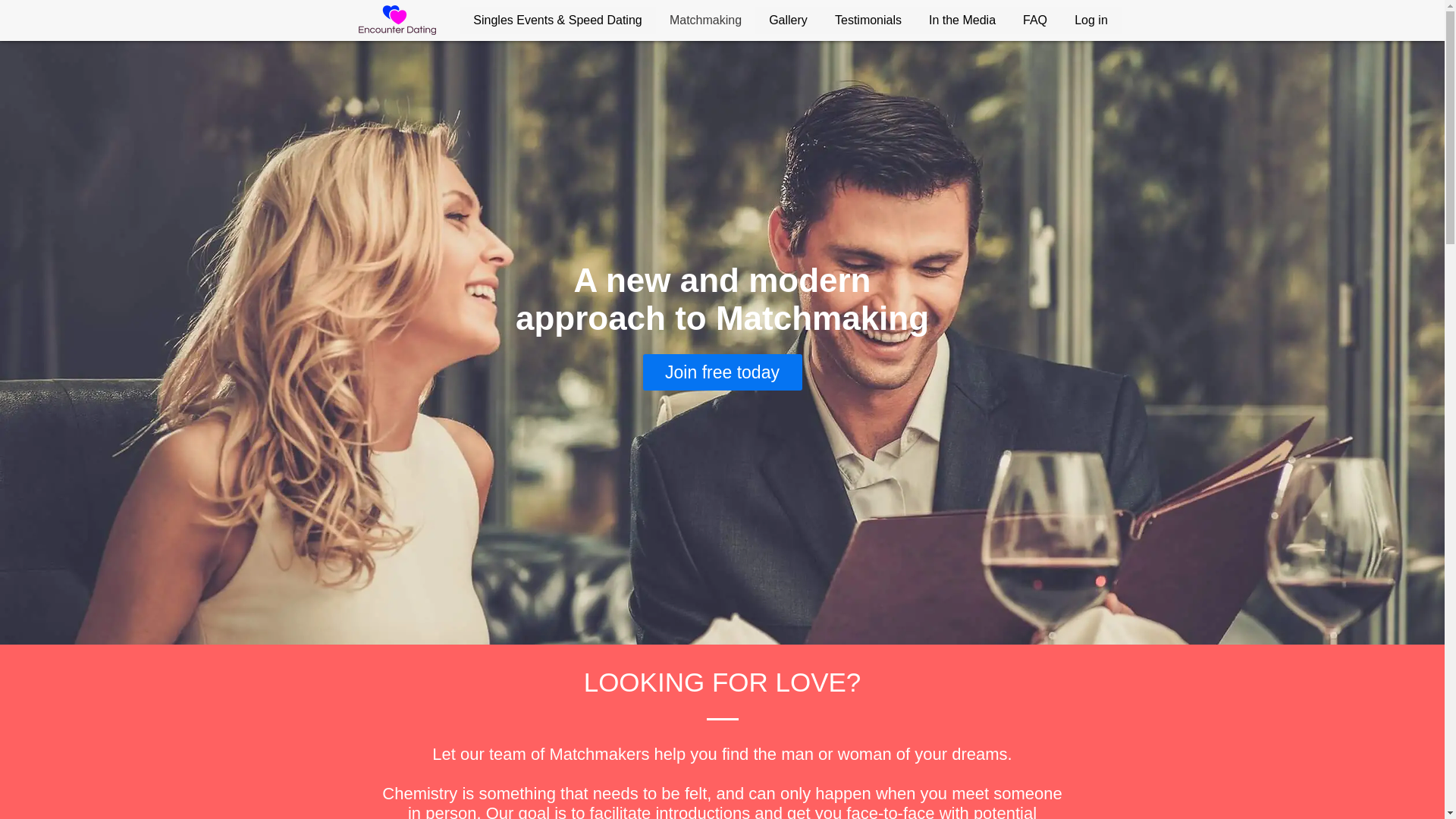 This screenshot has height=819, width=1456. I want to click on 'Log in', so click(1090, 20).